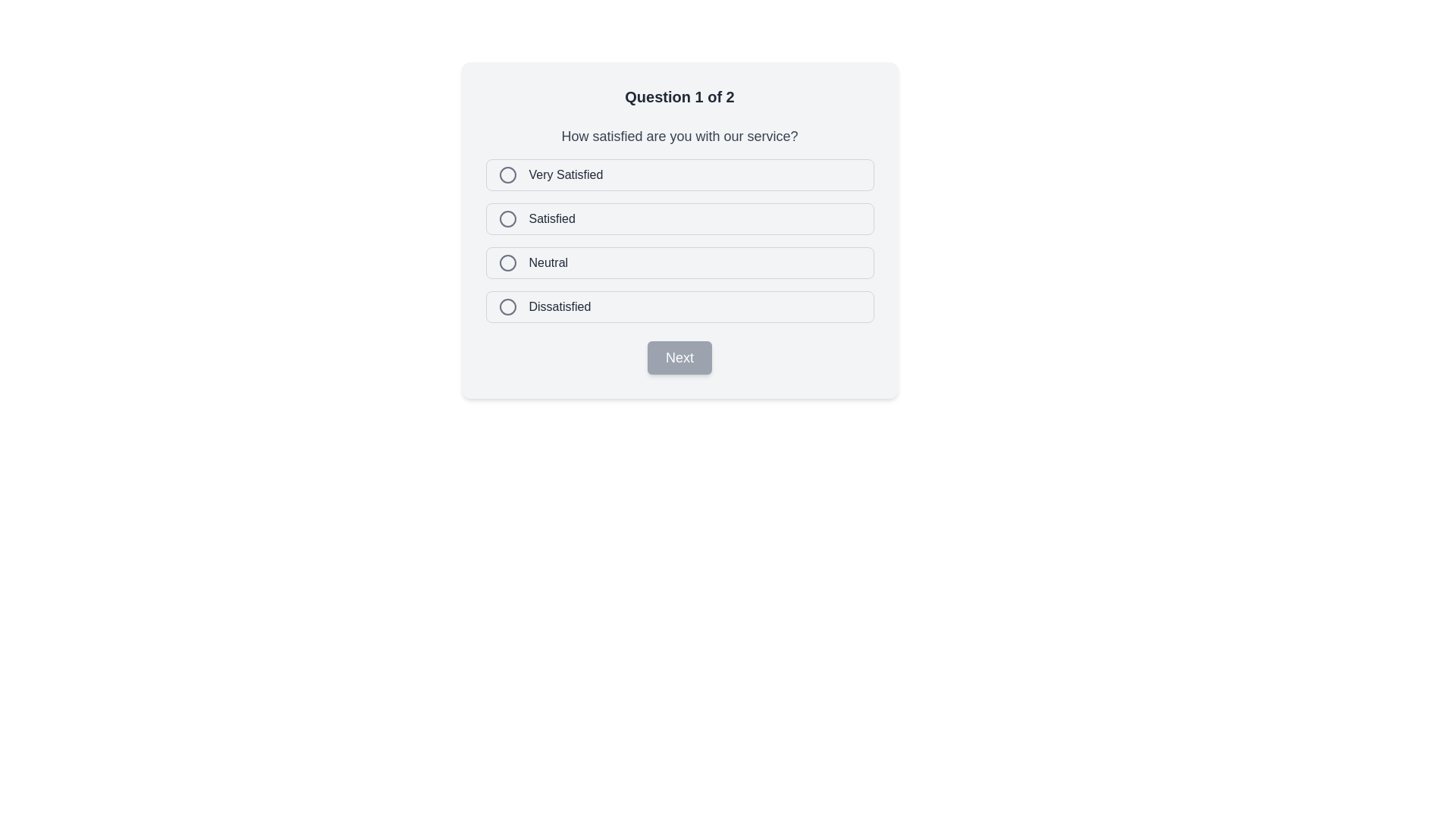 This screenshot has width=1456, height=819. I want to click on the text label displaying 'Neutral', which is styled in gray color and positioned to the right of the circular radio button in the third option of the satisfaction choices questionnaire, so click(548, 262).